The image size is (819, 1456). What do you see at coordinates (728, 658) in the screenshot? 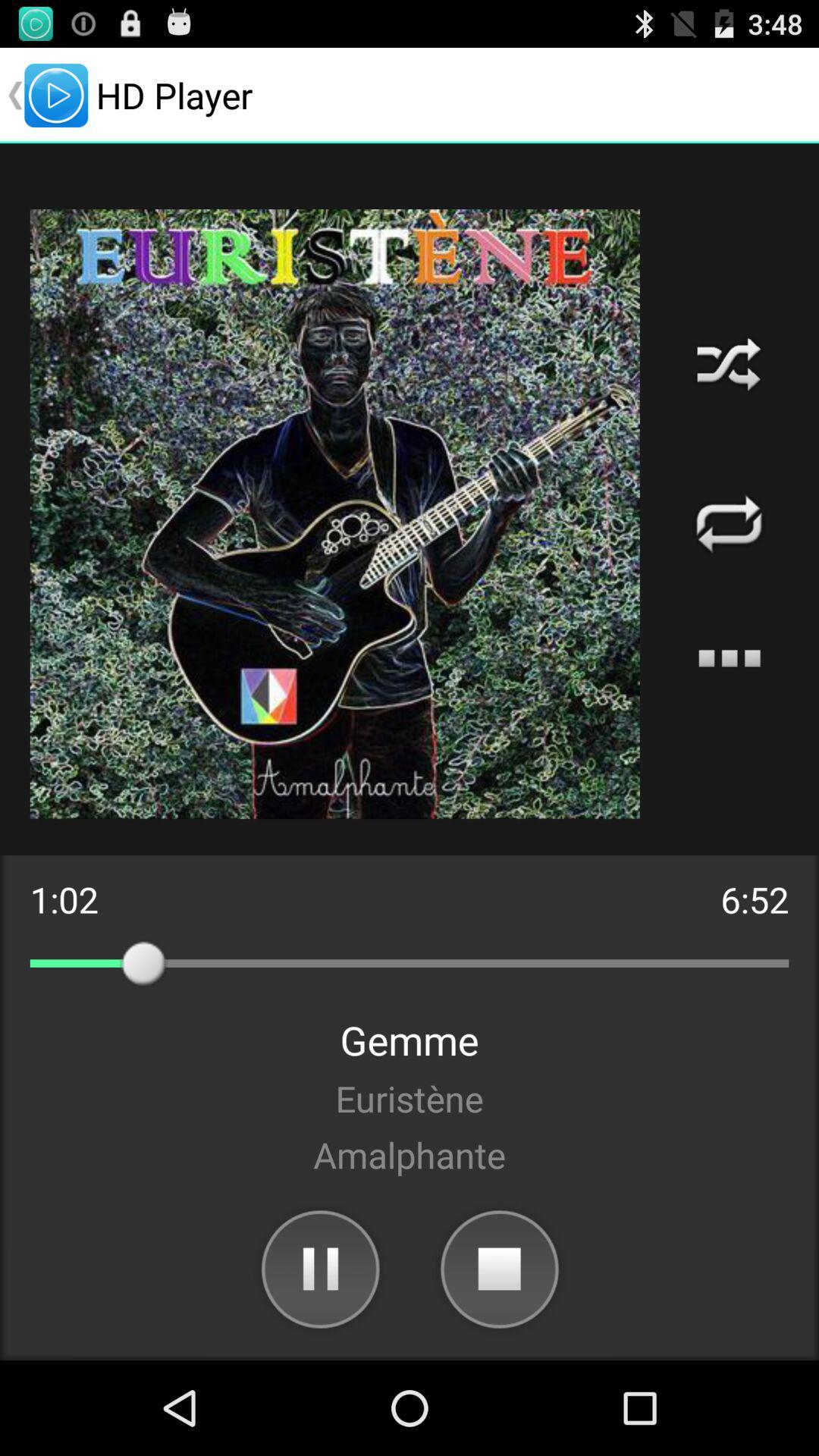
I see `the icon above the 6:52 app` at bounding box center [728, 658].